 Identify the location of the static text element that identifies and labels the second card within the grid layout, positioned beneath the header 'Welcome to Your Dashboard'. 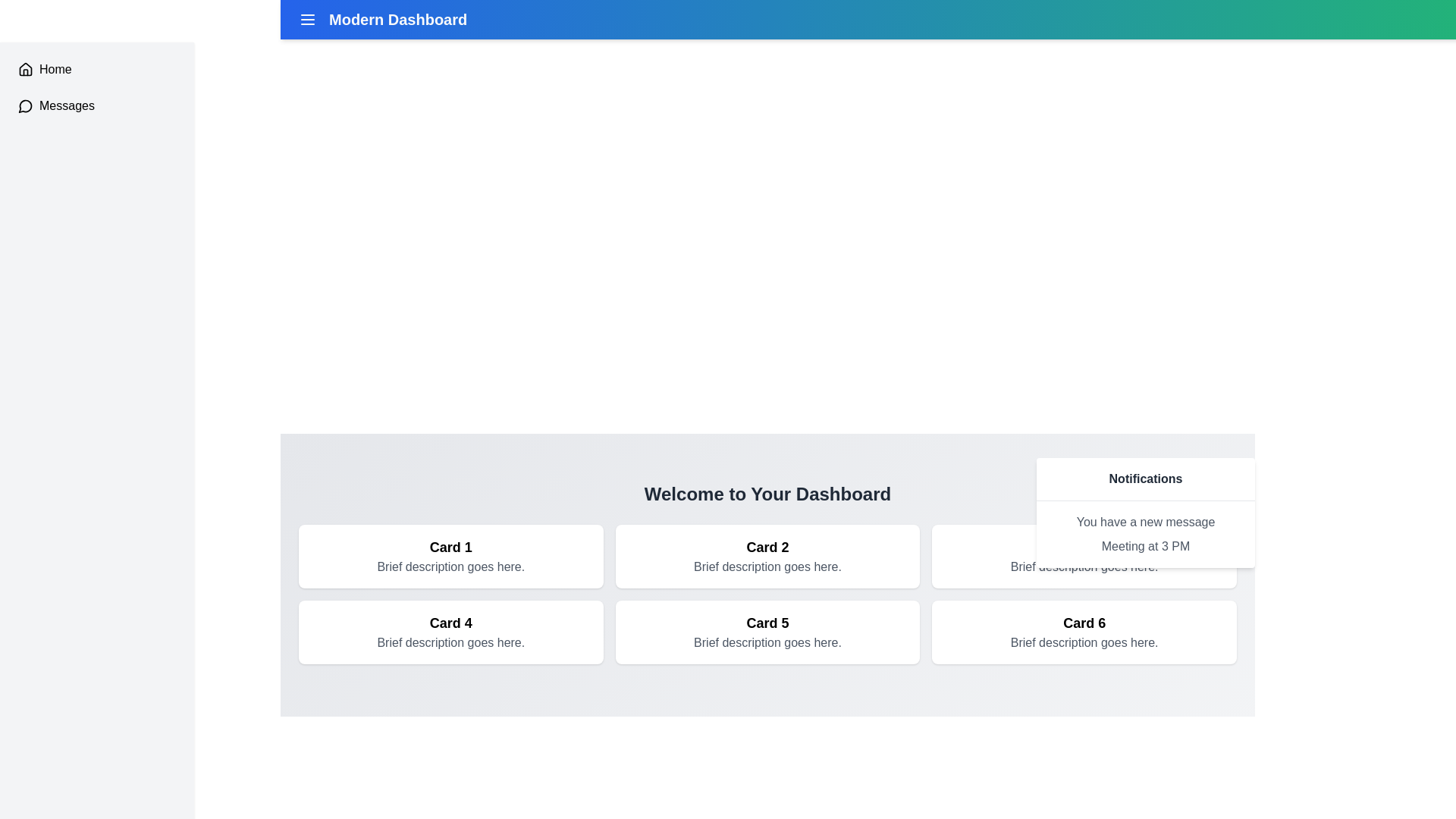
(767, 547).